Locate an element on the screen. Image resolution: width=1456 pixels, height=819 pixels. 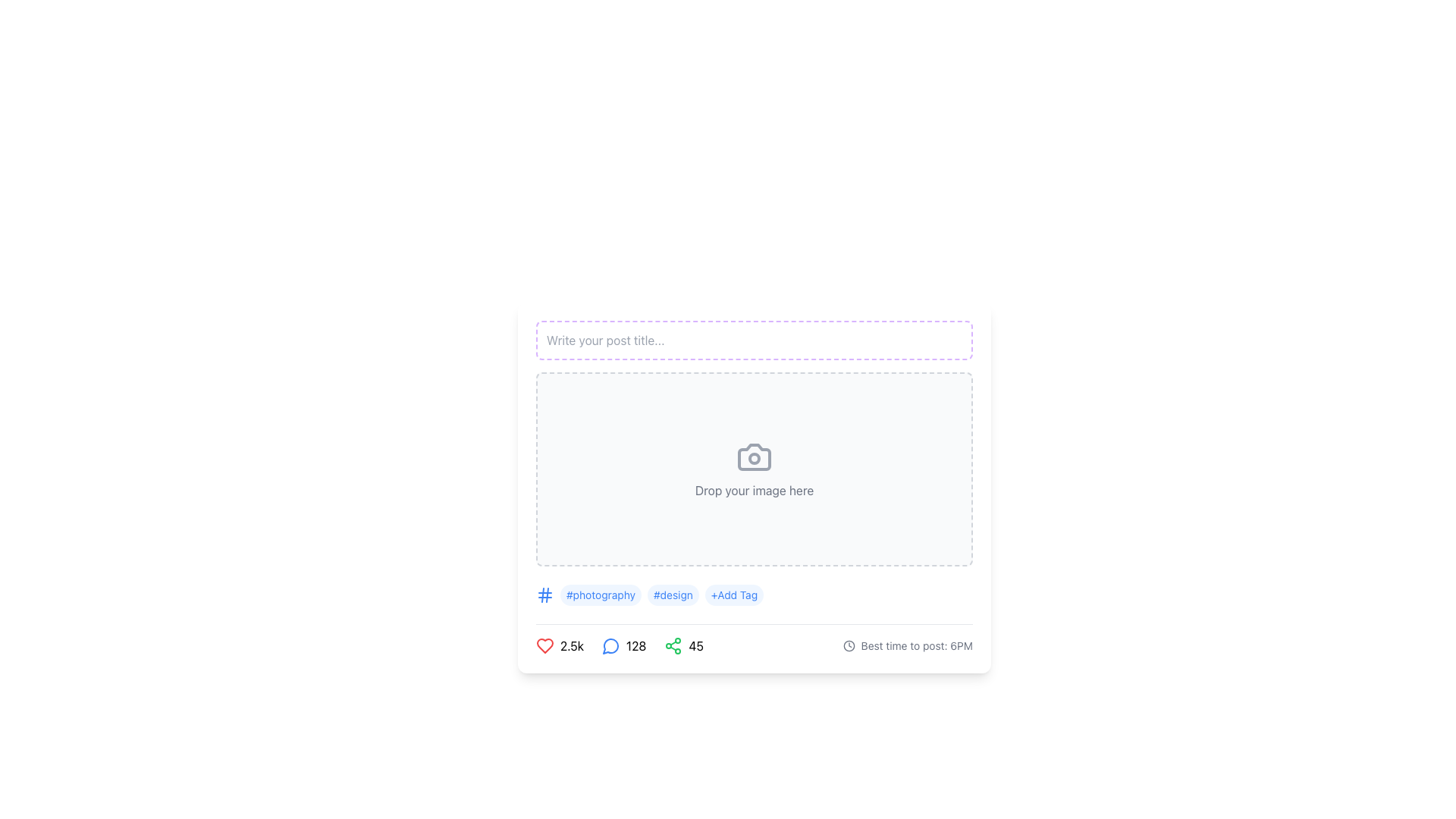
the icon button located on the lower-left side of the interface, which is the first element in a horizontal row of interactive elements before the numeric count '2.5k' is located at coordinates (545, 646).